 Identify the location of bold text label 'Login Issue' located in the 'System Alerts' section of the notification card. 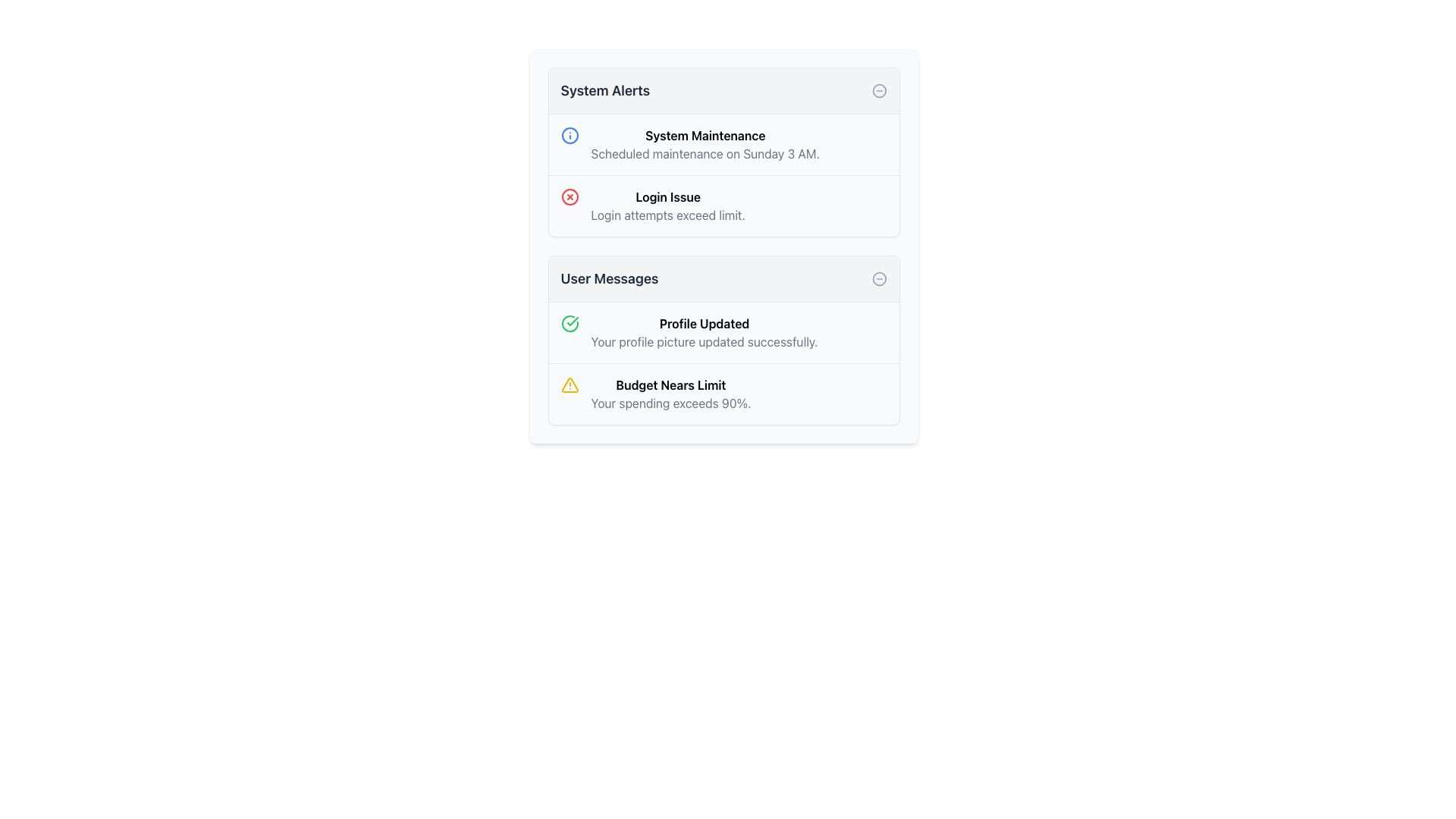
(667, 196).